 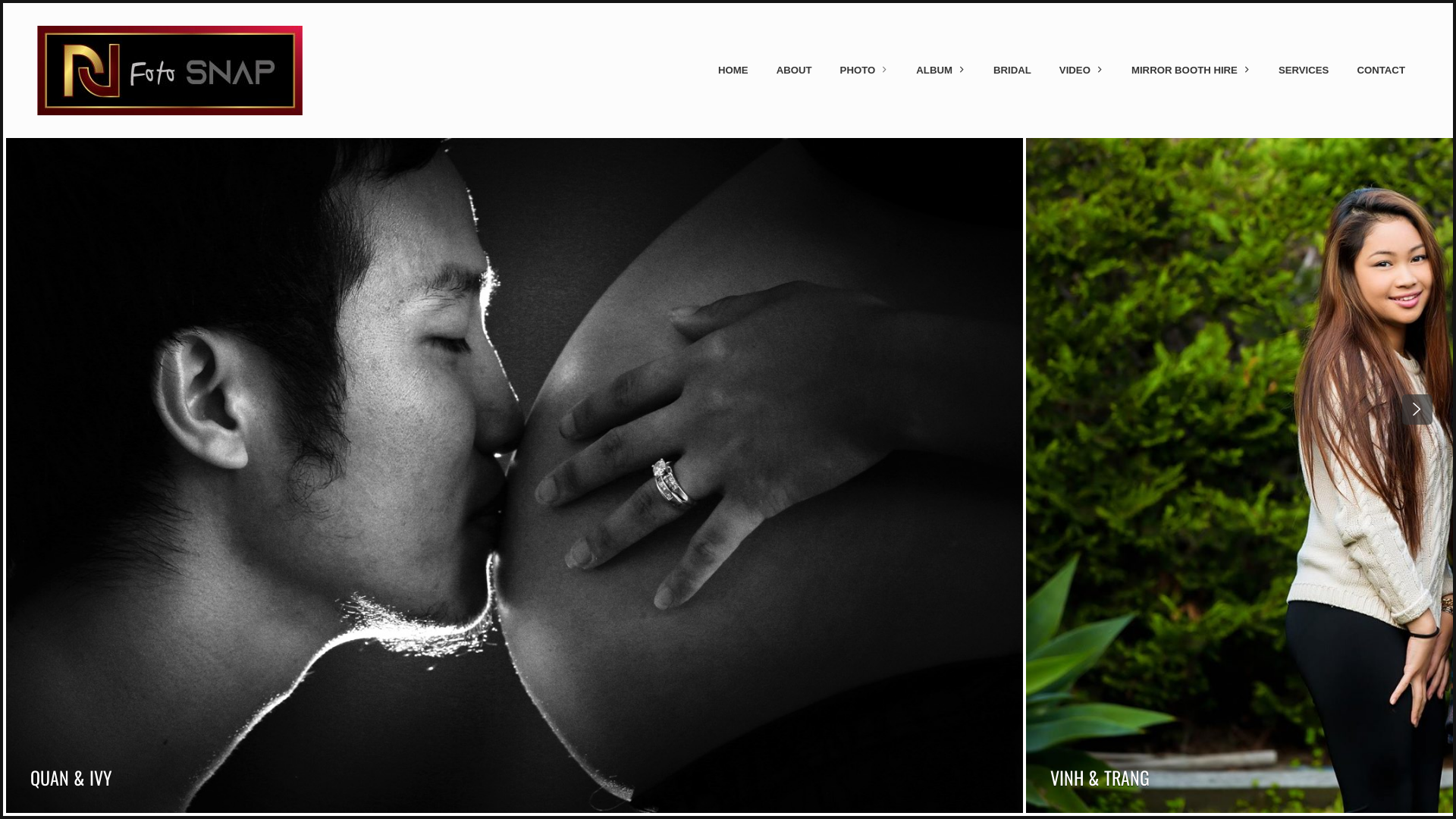 What do you see at coordinates (1302, 70) in the screenshot?
I see `'SERVICES'` at bounding box center [1302, 70].